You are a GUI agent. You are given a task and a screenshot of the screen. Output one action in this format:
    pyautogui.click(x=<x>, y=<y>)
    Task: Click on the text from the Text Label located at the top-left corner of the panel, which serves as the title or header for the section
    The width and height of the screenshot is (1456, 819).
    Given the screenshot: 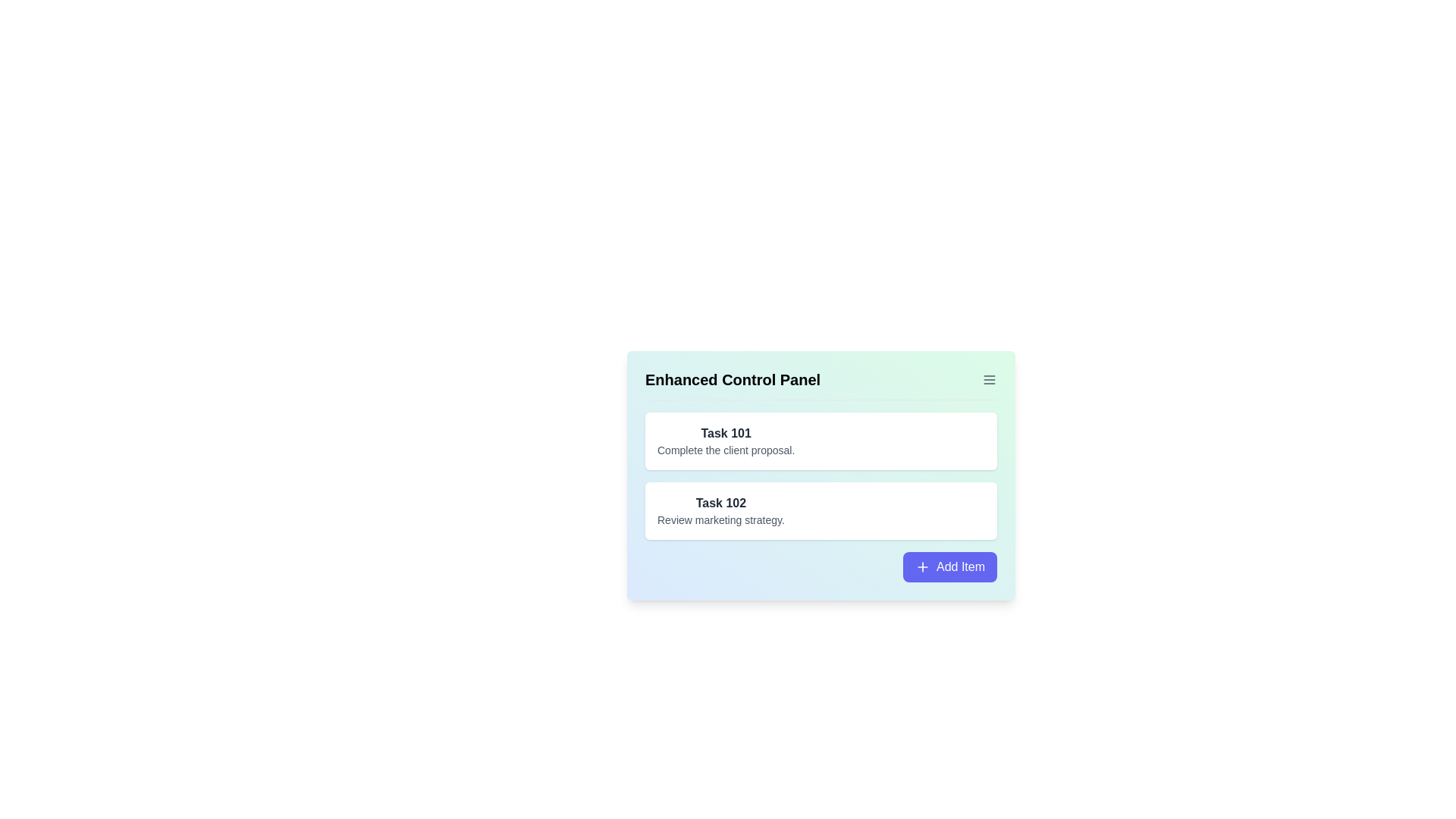 What is the action you would take?
    pyautogui.click(x=733, y=379)
    